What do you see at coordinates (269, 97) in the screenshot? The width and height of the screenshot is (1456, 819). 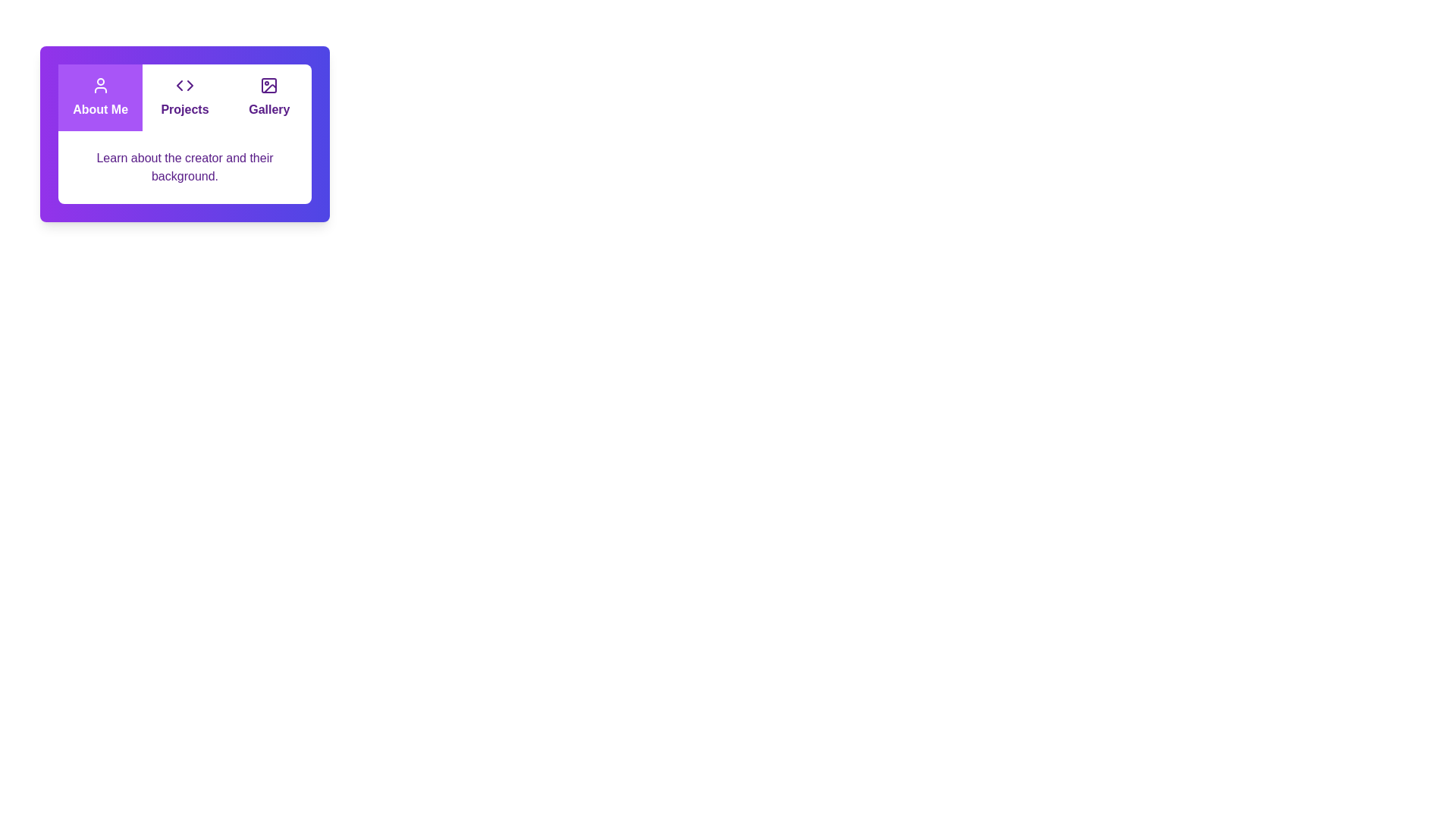 I see `the tab labeled Gallery` at bounding box center [269, 97].